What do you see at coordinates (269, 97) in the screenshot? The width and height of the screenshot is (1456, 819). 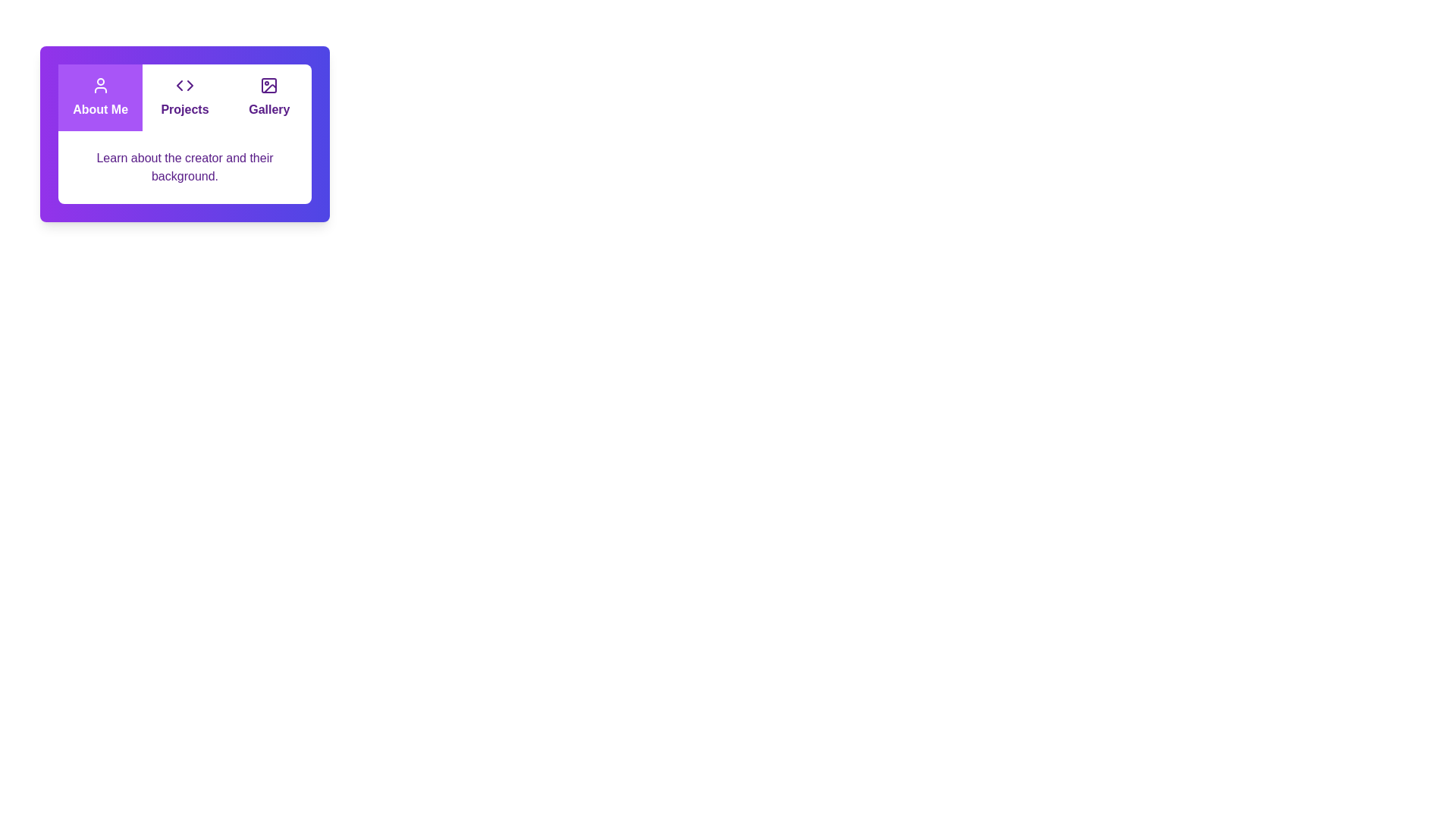 I see `the tab labeled Gallery` at bounding box center [269, 97].